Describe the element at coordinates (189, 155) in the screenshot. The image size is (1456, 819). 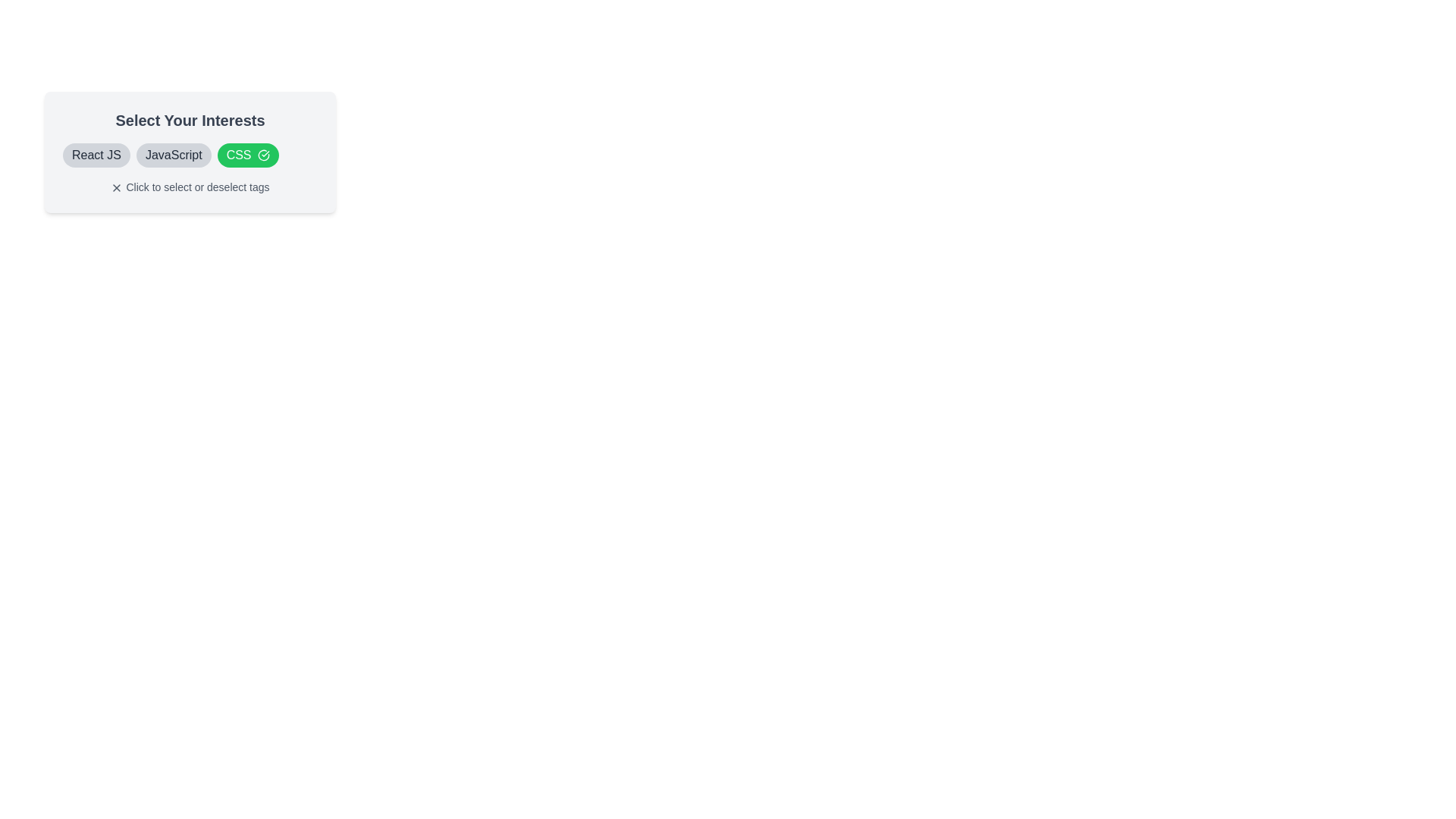
I see `the gray rectangular button labeled 'JavaScript', which is the second button in a row of three under the title 'Select Your Interests'` at that location.